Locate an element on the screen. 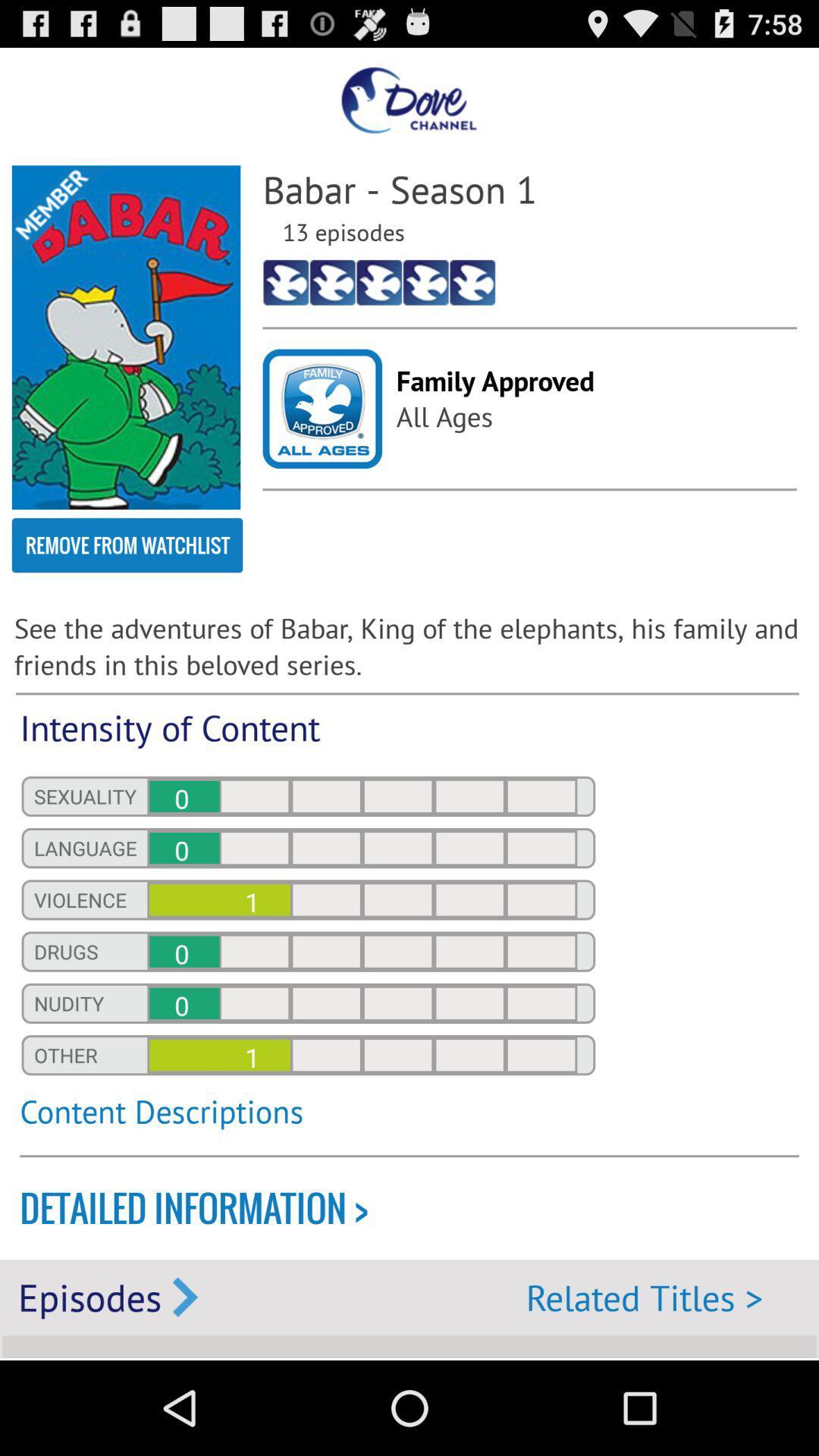  icon to the left of the babar - season 1 icon is located at coordinates (125, 337).